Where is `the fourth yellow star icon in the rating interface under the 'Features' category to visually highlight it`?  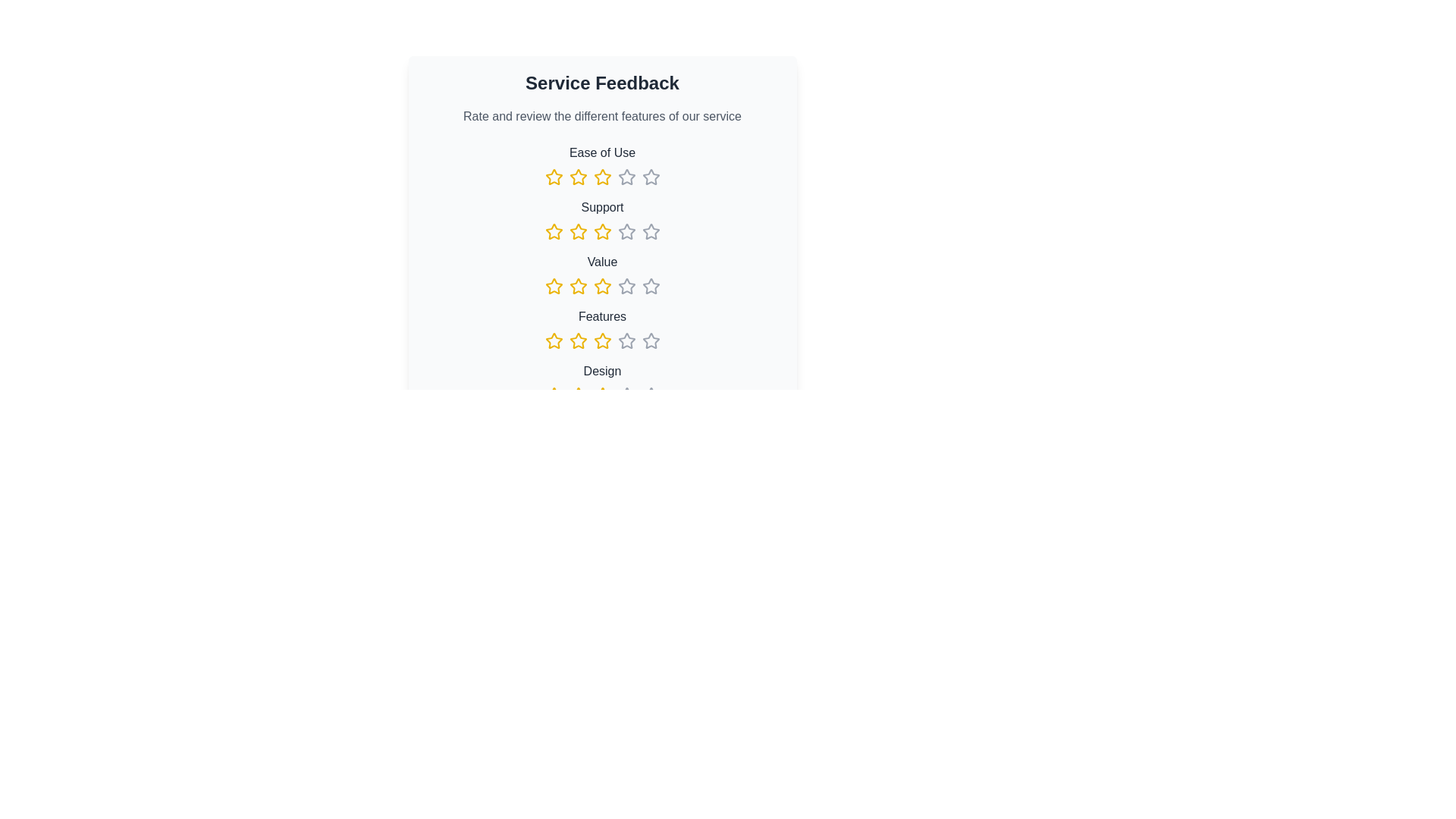
the fourth yellow star icon in the rating interface under the 'Features' category to visually highlight it is located at coordinates (553, 340).